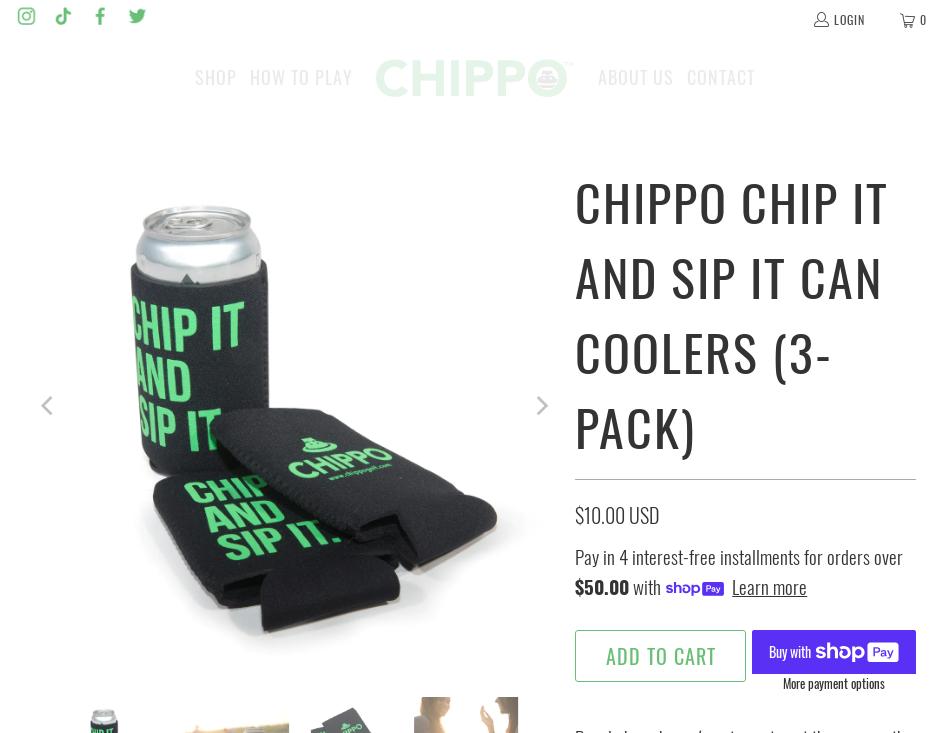  I want to click on 'Shop', so click(193, 76).